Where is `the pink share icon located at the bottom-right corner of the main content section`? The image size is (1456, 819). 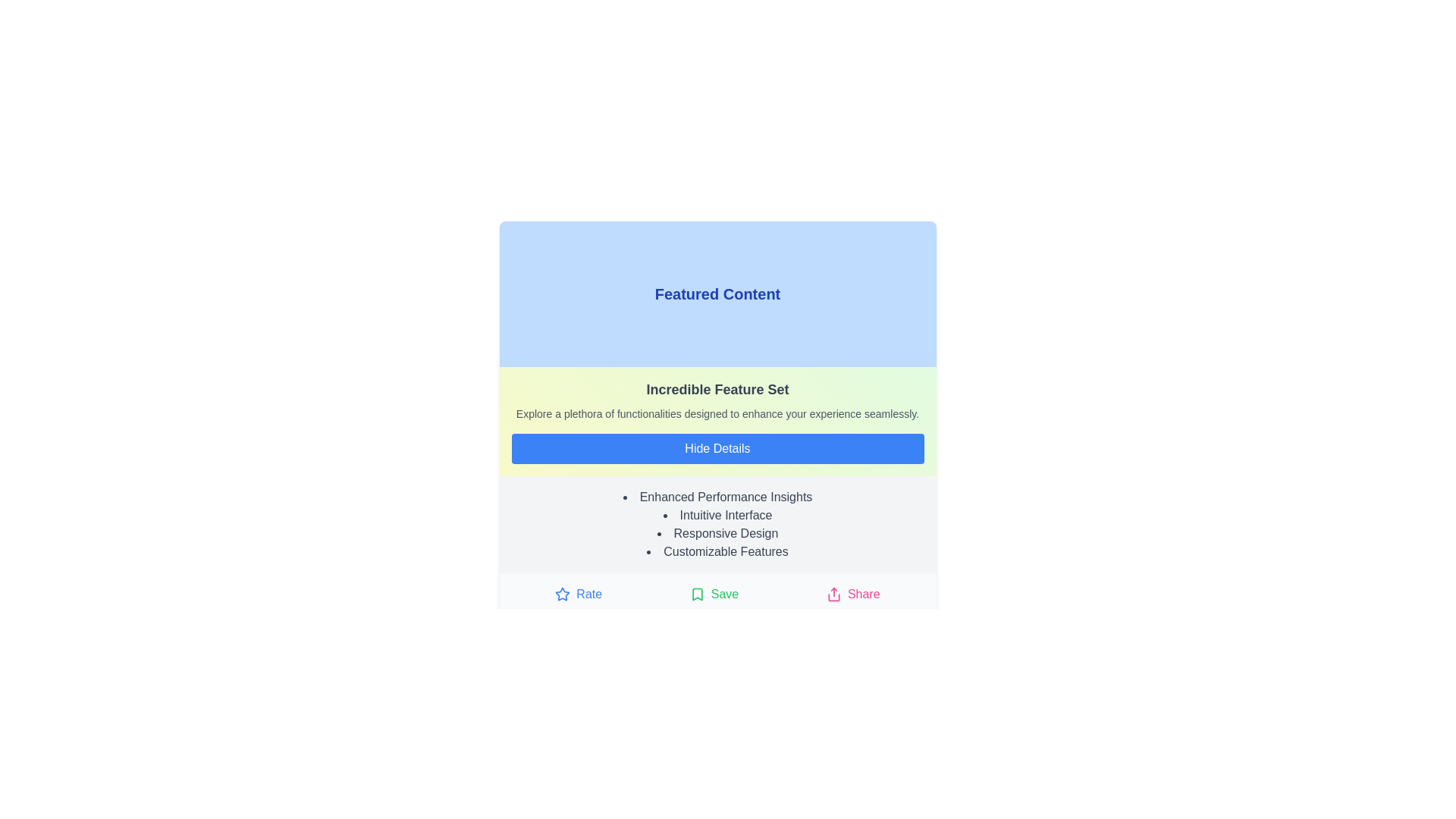 the pink share icon located at the bottom-right corner of the main content section is located at coordinates (833, 593).